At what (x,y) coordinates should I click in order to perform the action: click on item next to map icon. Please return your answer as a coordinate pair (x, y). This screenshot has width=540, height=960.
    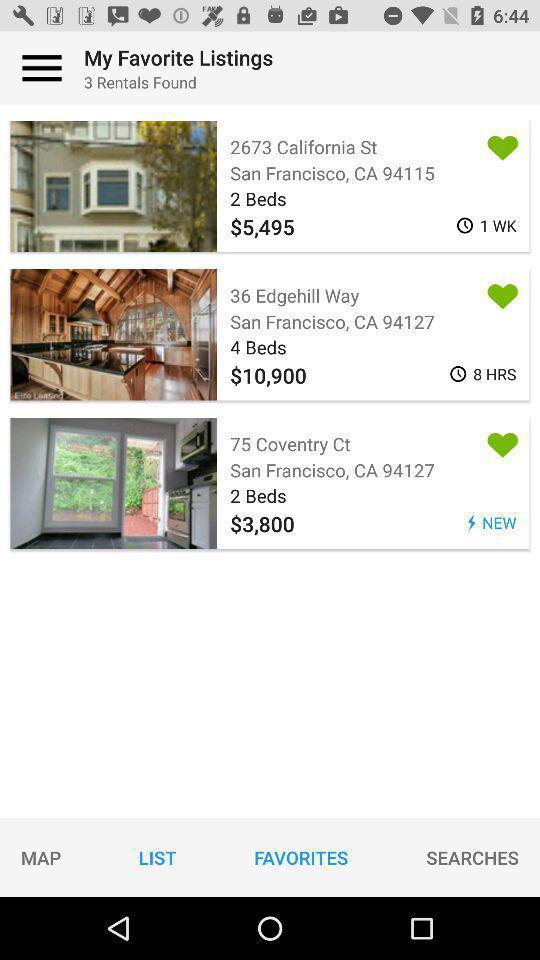
    Looking at the image, I should click on (156, 856).